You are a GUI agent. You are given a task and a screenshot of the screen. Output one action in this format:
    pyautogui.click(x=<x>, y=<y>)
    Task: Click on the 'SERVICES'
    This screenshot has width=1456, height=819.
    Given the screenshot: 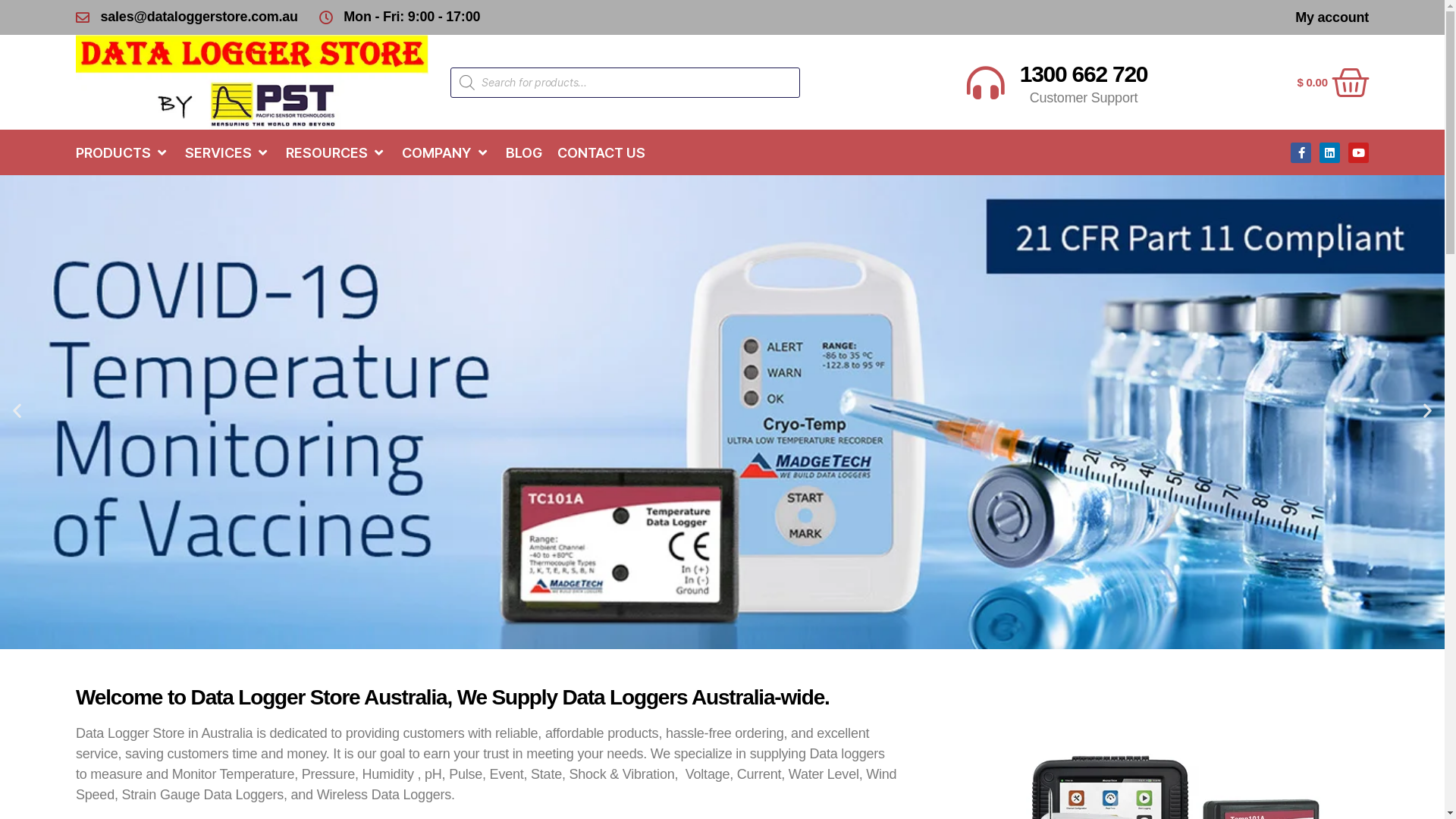 What is the action you would take?
    pyautogui.click(x=219, y=152)
    